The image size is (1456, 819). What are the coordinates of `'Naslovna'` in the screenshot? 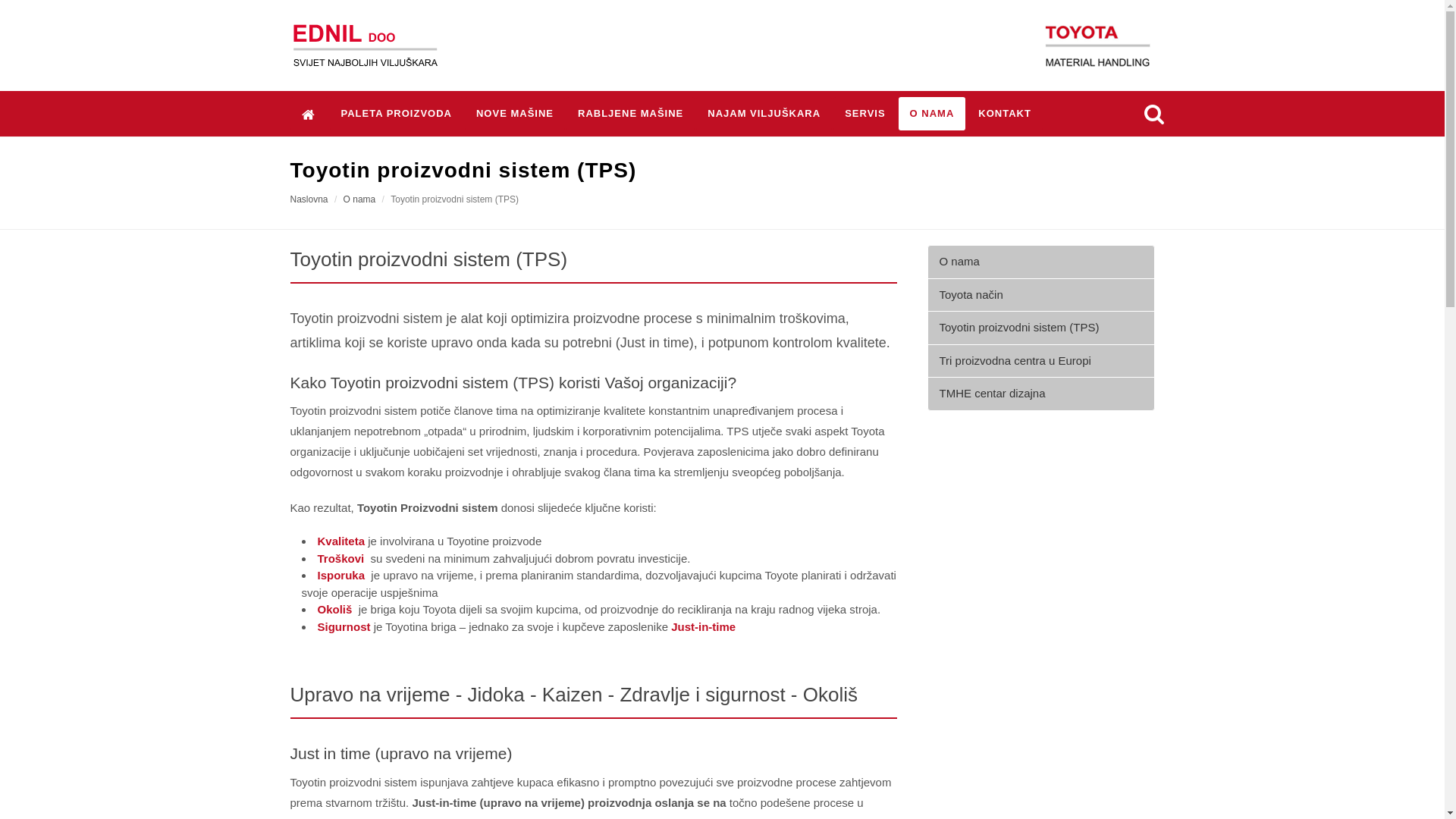 It's located at (290, 198).